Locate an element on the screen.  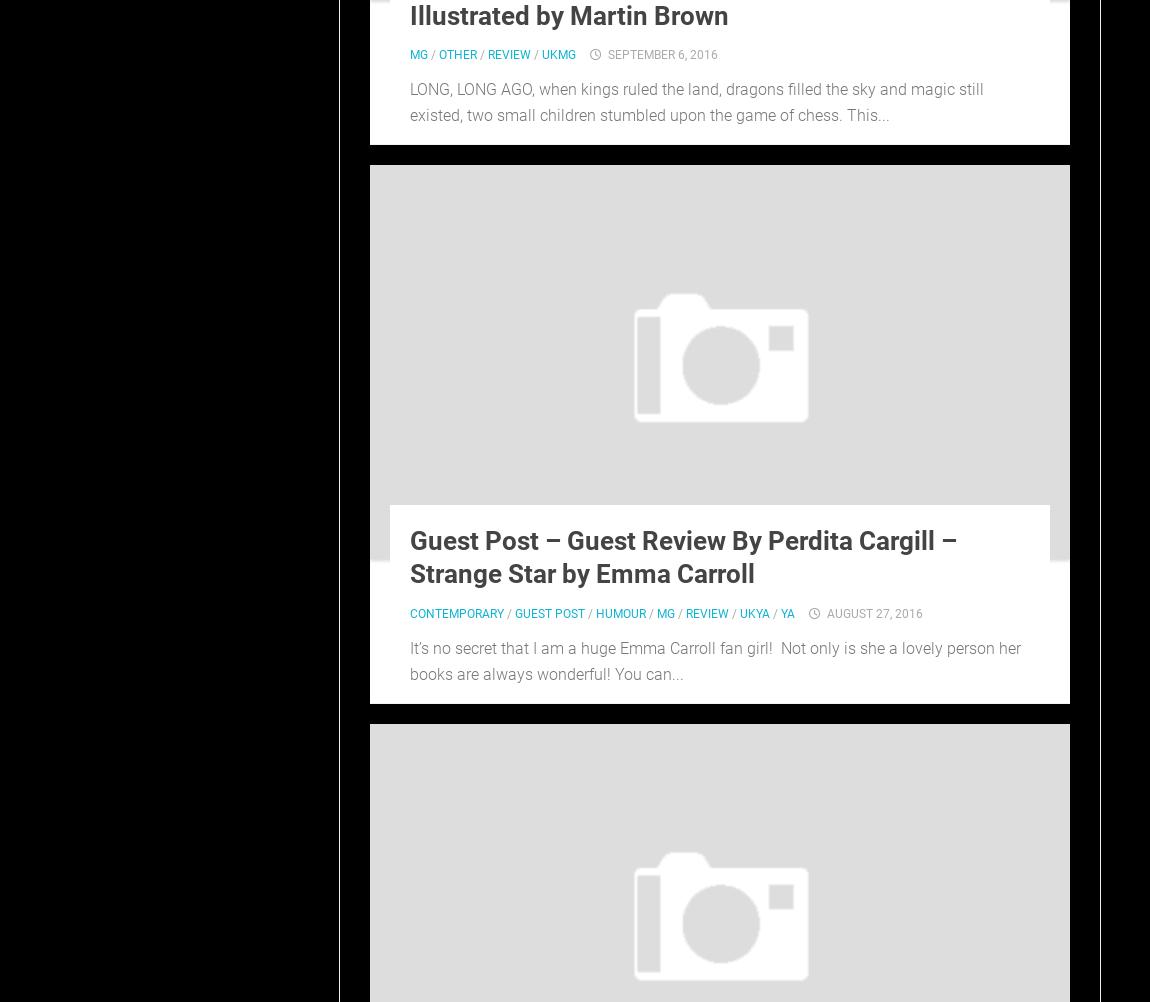
'Guest Post – Guest Review By Perdita Cargill – Strange Star by Emma Carroll' is located at coordinates (682, 557).